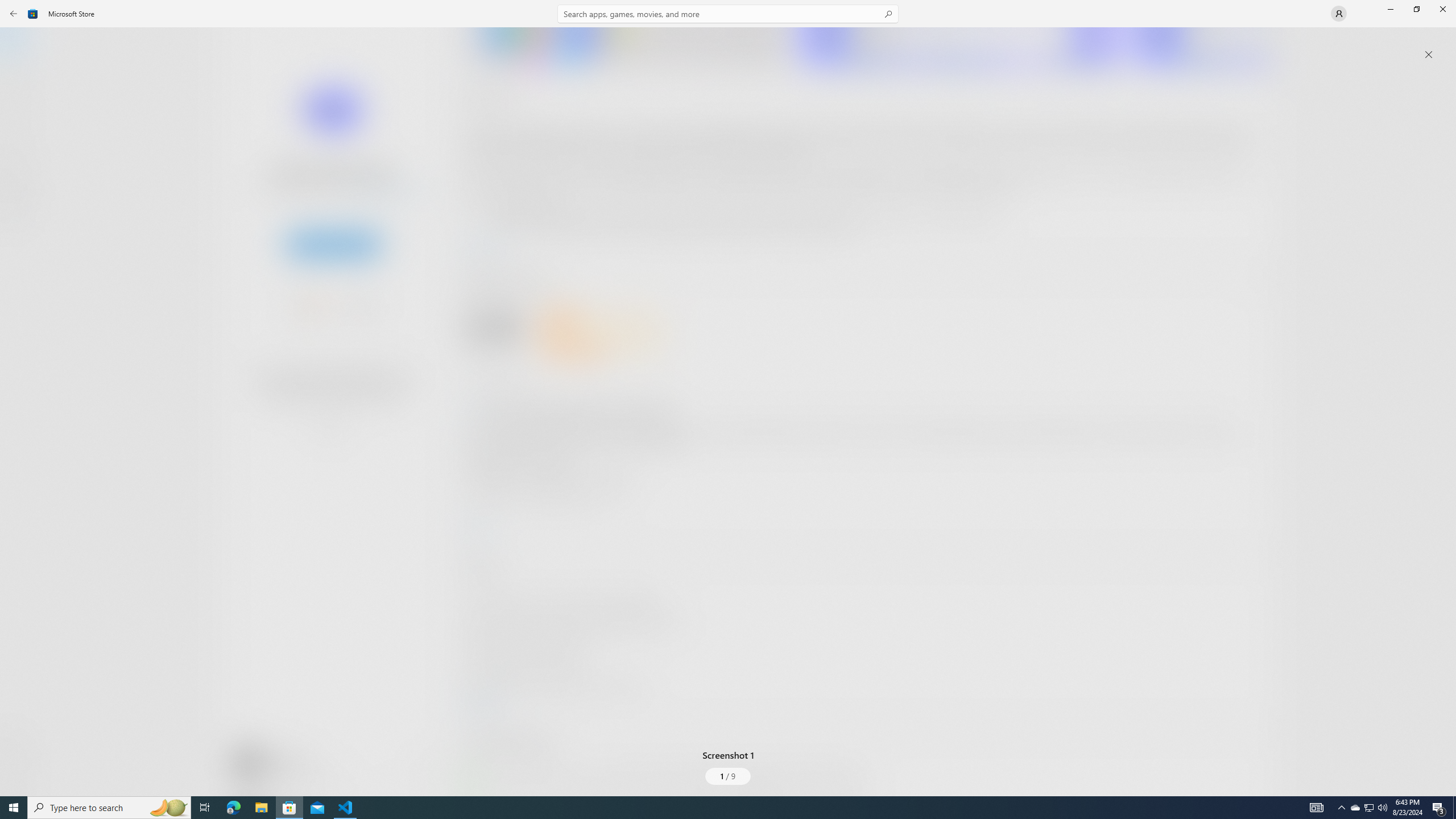 The height and width of the screenshot is (819, 1456). I want to click on 'Home', so click(19, 44).